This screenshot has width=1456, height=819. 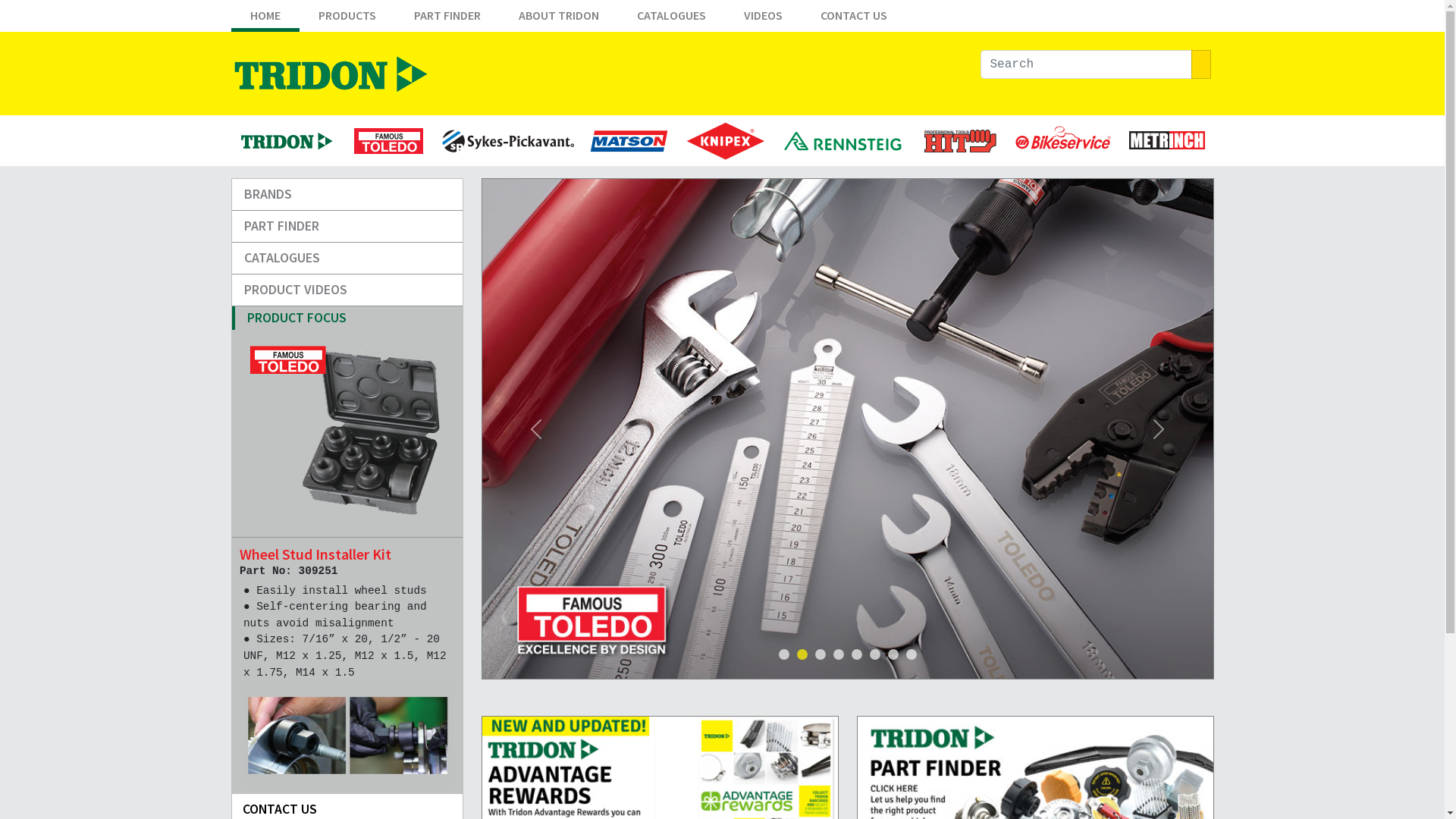 I want to click on 'CATALOGUES', so click(x=346, y=257).